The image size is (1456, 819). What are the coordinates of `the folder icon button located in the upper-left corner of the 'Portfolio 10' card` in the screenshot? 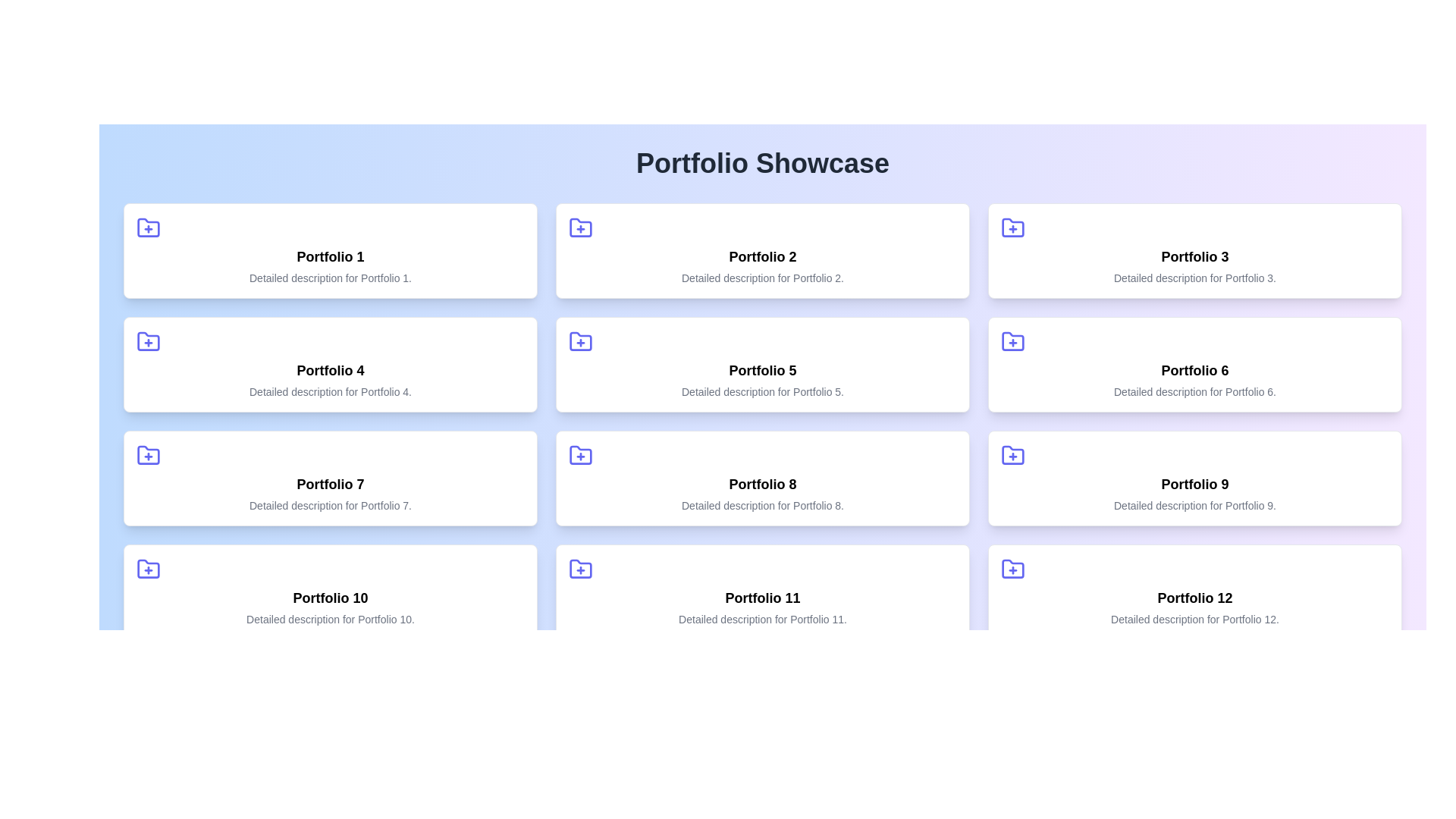 It's located at (149, 570).